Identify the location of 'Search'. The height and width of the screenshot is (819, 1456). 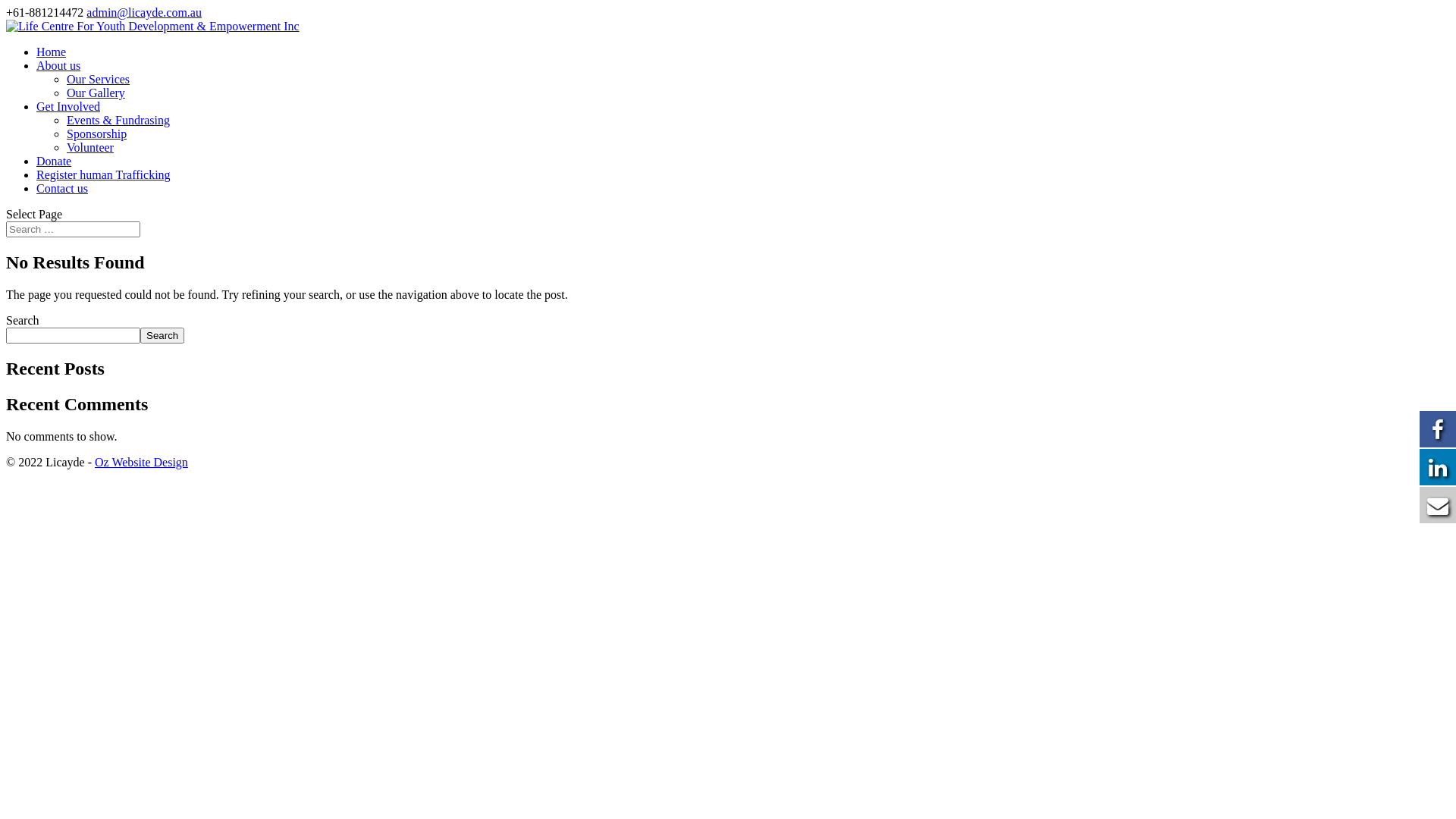
(162, 334).